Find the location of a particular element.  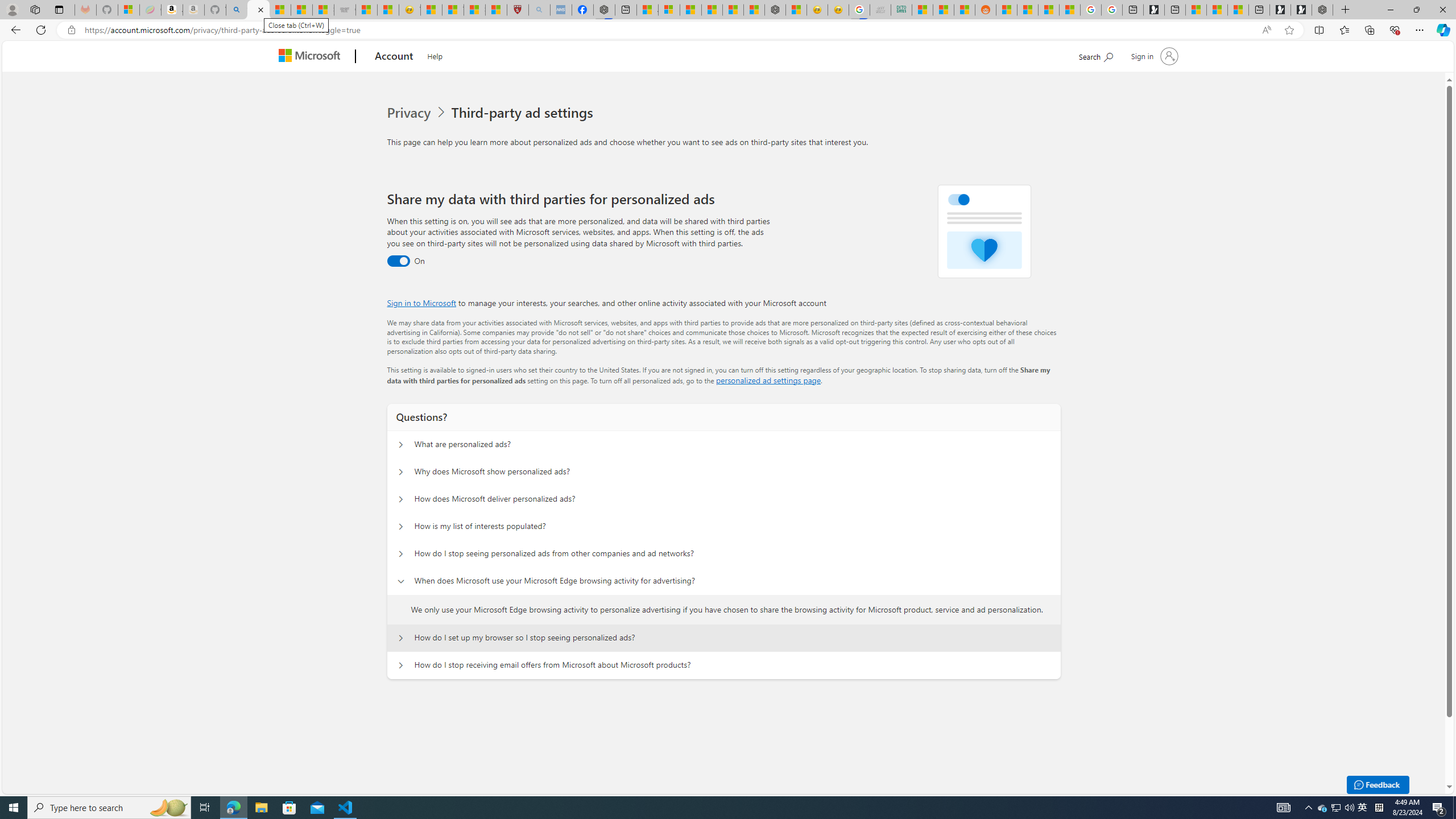

'Account' is located at coordinates (394, 56).